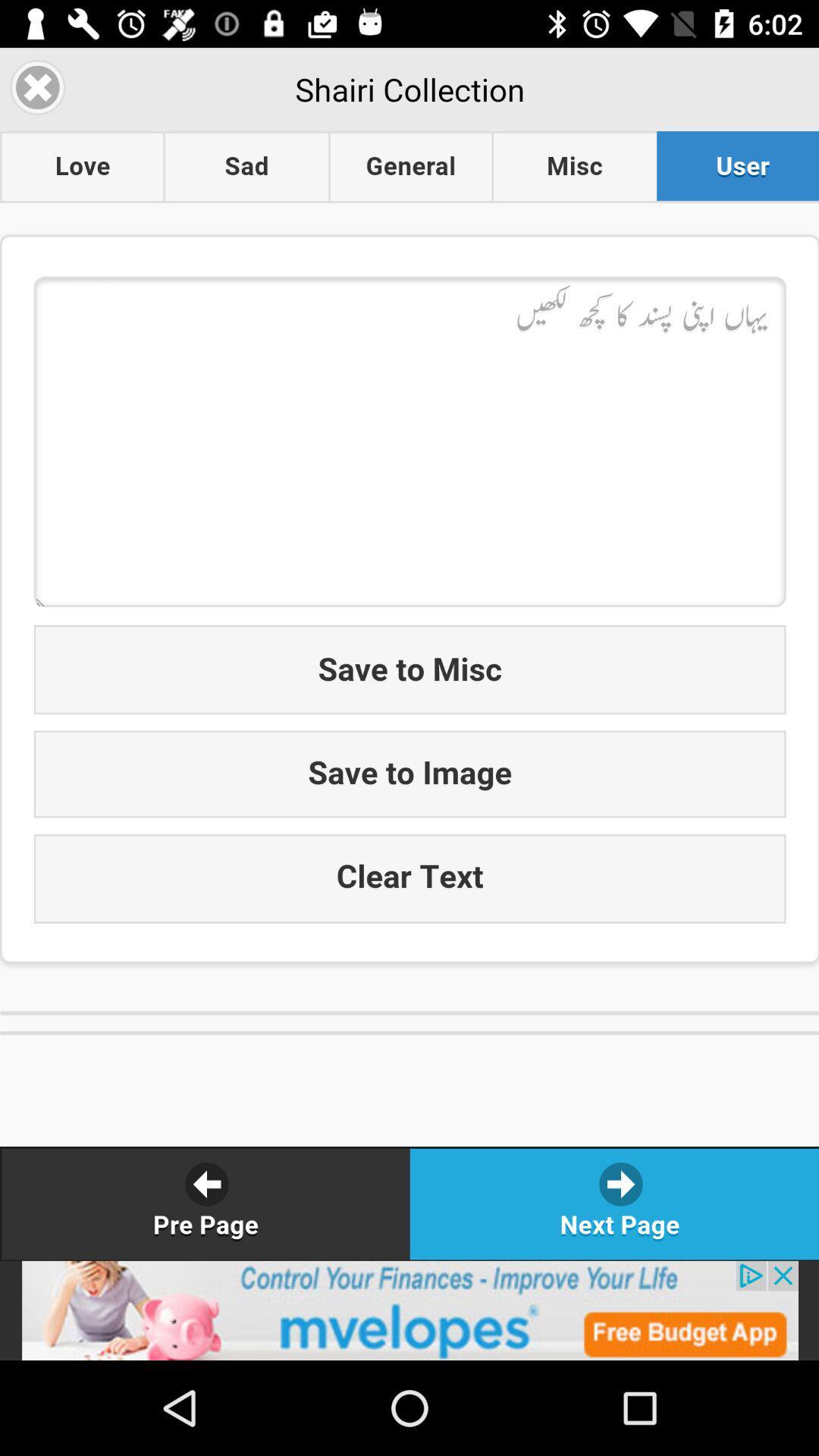 The image size is (819, 1456). I want to click on advertisement at bottom, so click(409, 1310).